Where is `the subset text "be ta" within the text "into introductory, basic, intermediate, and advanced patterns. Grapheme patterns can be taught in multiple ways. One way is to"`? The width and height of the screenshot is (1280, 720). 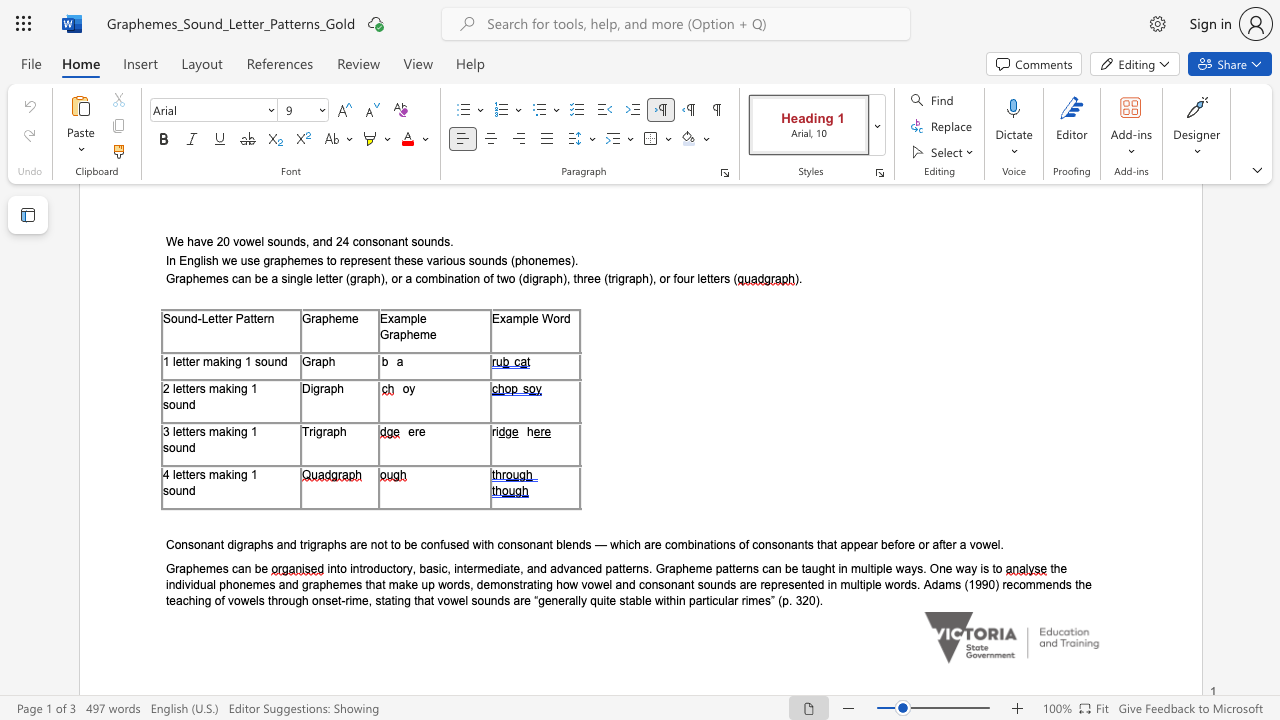 the subset text "be ta" within the text "into introductory, basic, intermediate, and advanced patterns. Grapheme patterns can be taught in multiple ways. One way is to" is located at coordinates (784, 568).